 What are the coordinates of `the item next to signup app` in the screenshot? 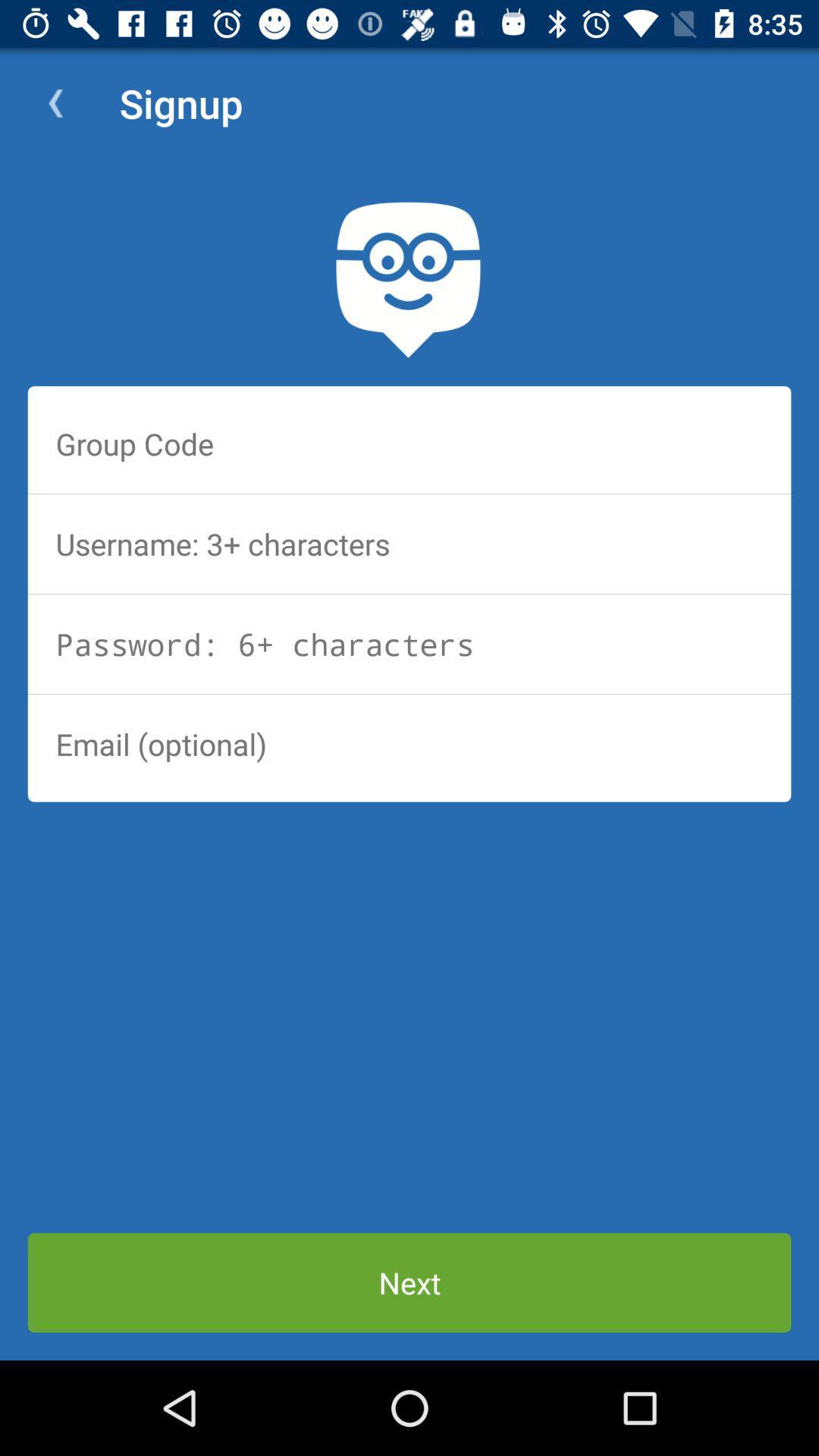 It's located at (55, 102).